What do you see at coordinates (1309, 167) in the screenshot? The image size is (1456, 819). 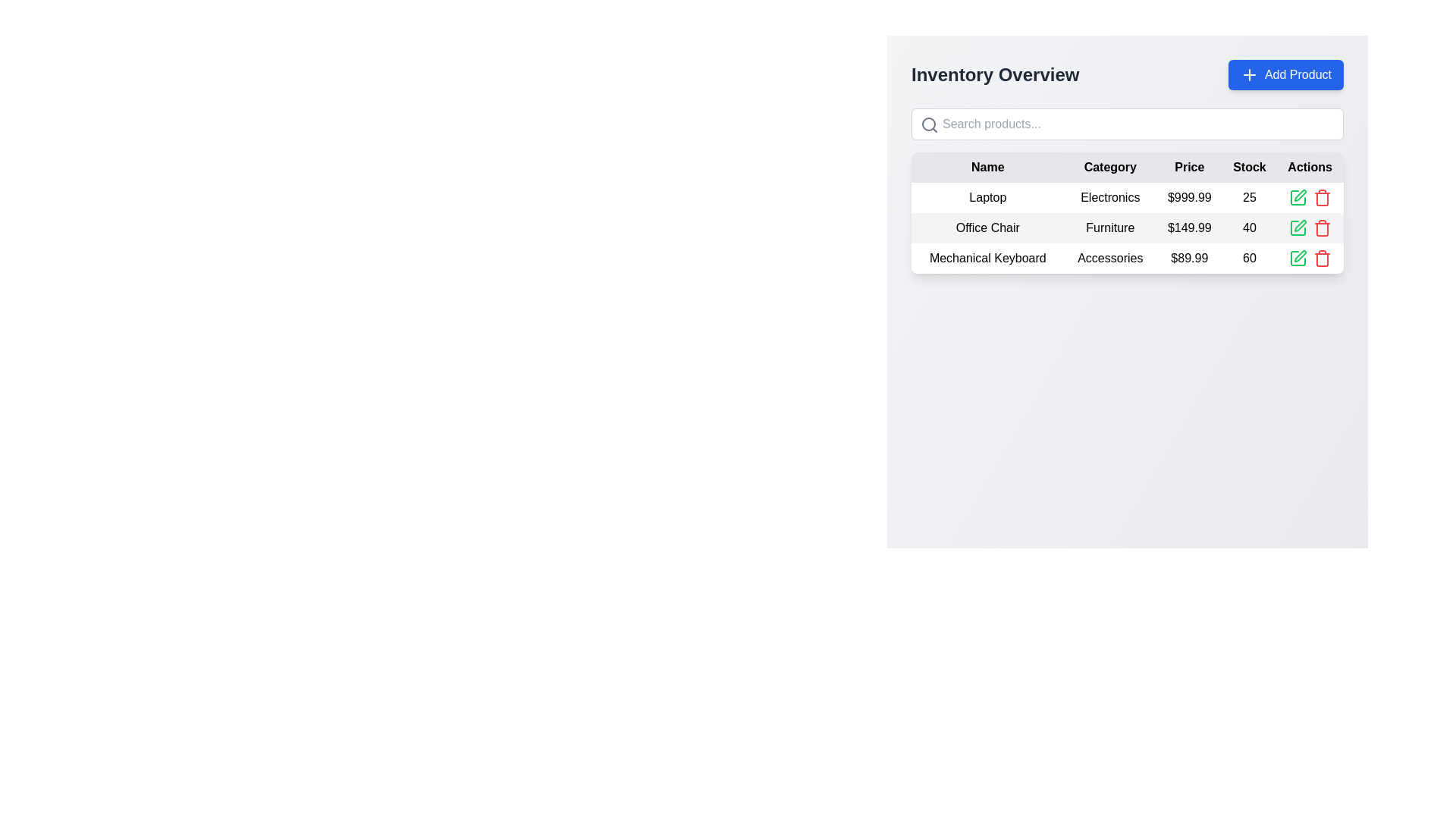 I see `the last header title in the table that contains action-related operations, located in the top-right section of the table` at bounding box center [1309, 167].